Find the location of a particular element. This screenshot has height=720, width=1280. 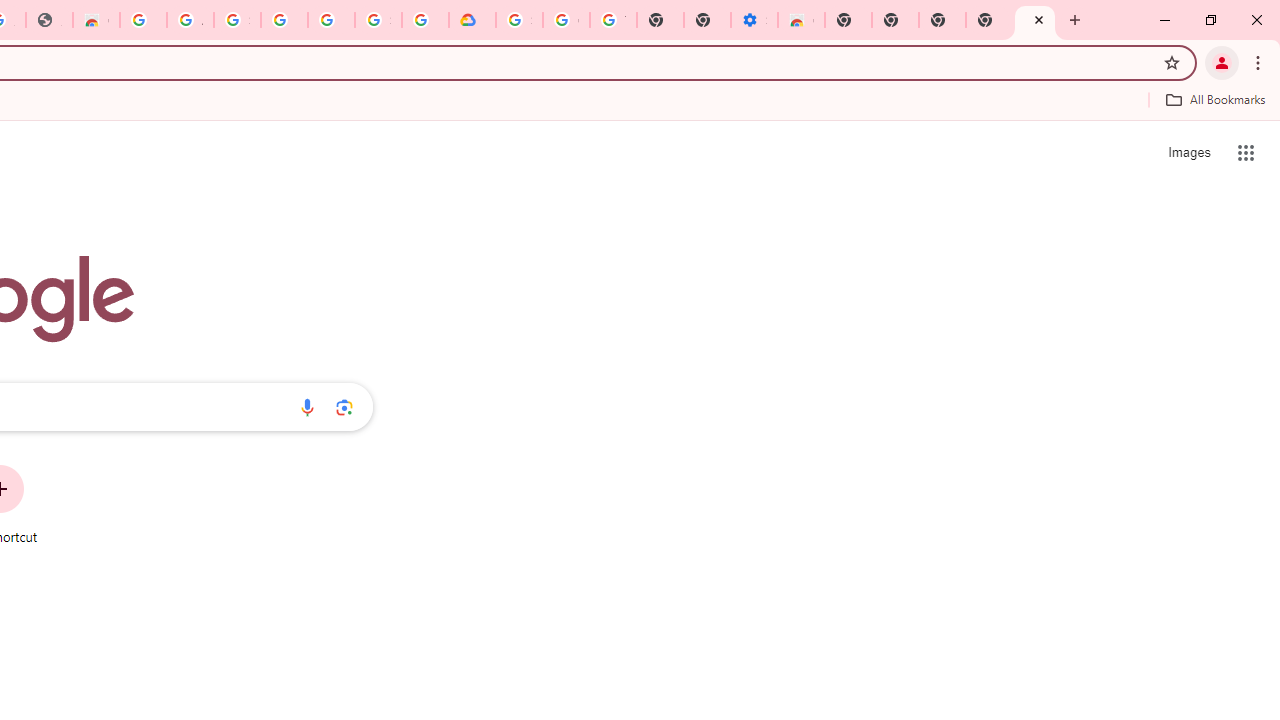

'New Tab' is located at coordinates (989, 20).